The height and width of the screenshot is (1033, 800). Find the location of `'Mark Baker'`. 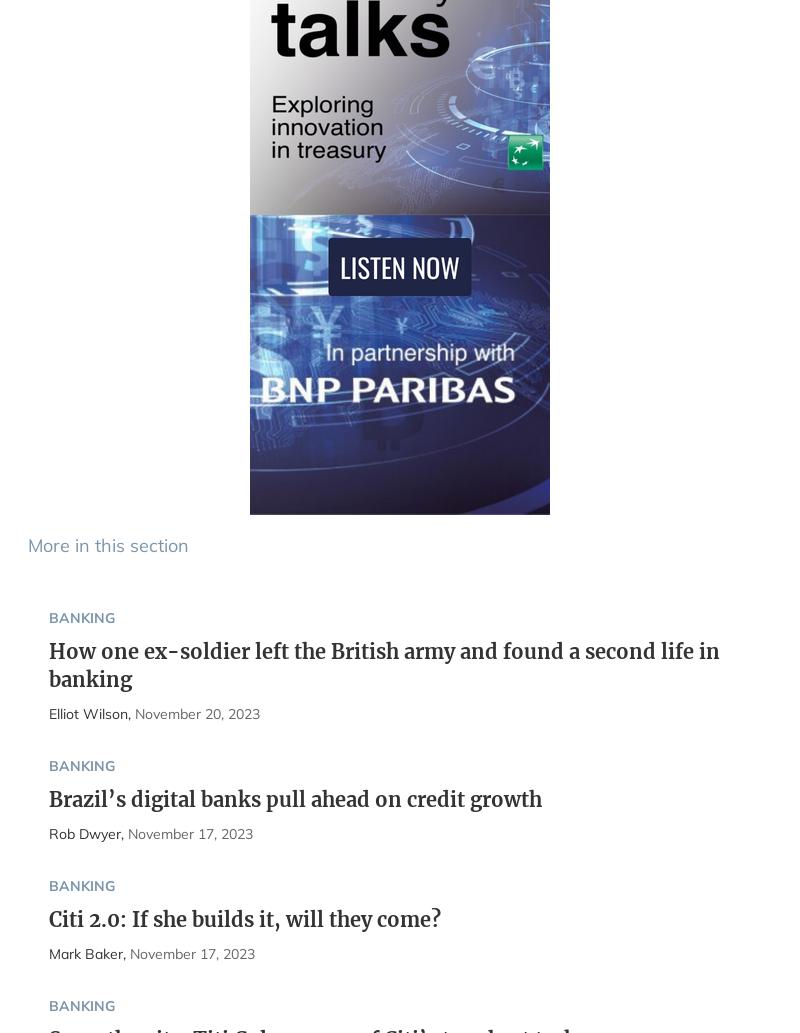

'Mark Baker' is located at coordinates (47, 952).